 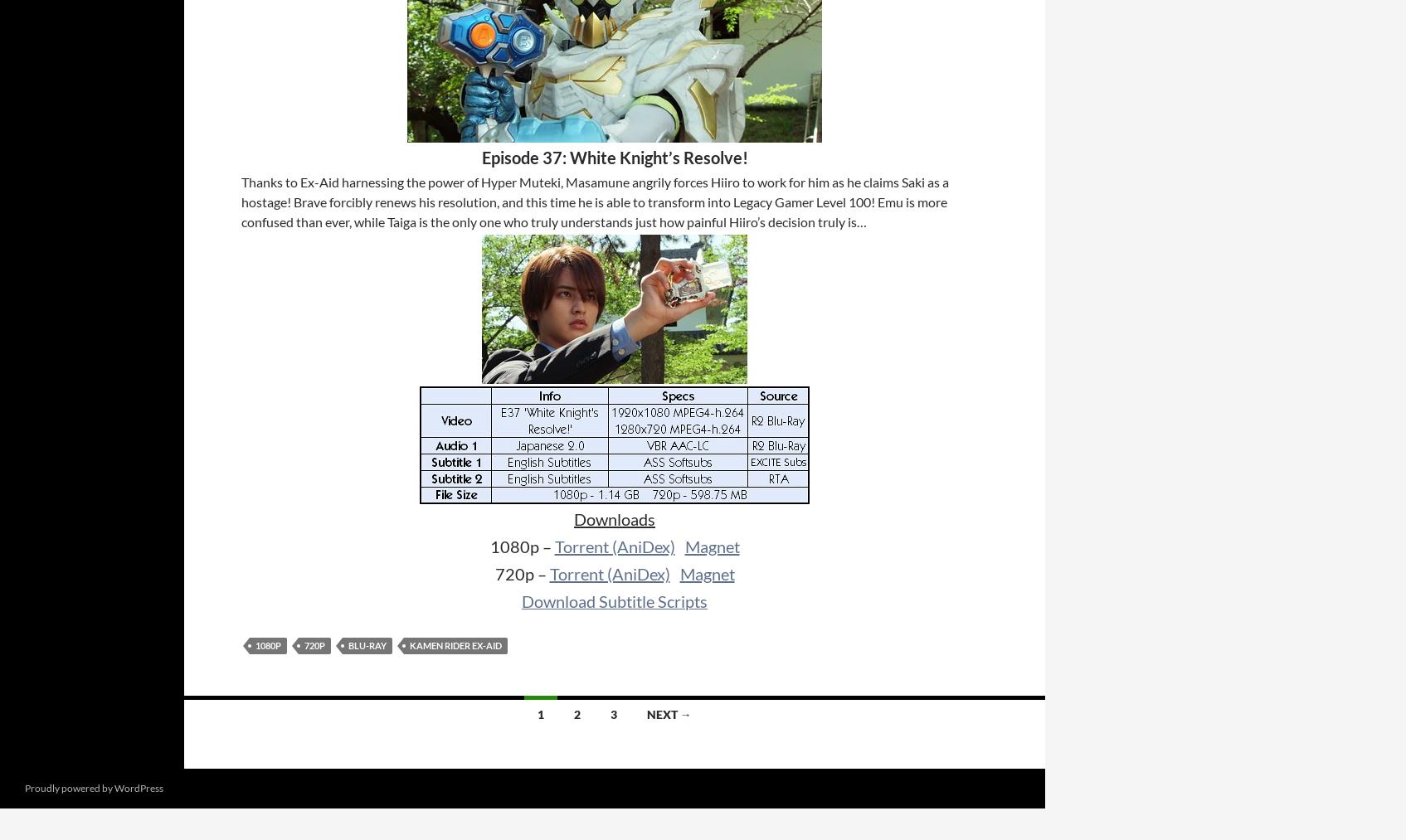 I want to click on 'Kamen Rider Ex-Aid', so click(x=455, y=645).